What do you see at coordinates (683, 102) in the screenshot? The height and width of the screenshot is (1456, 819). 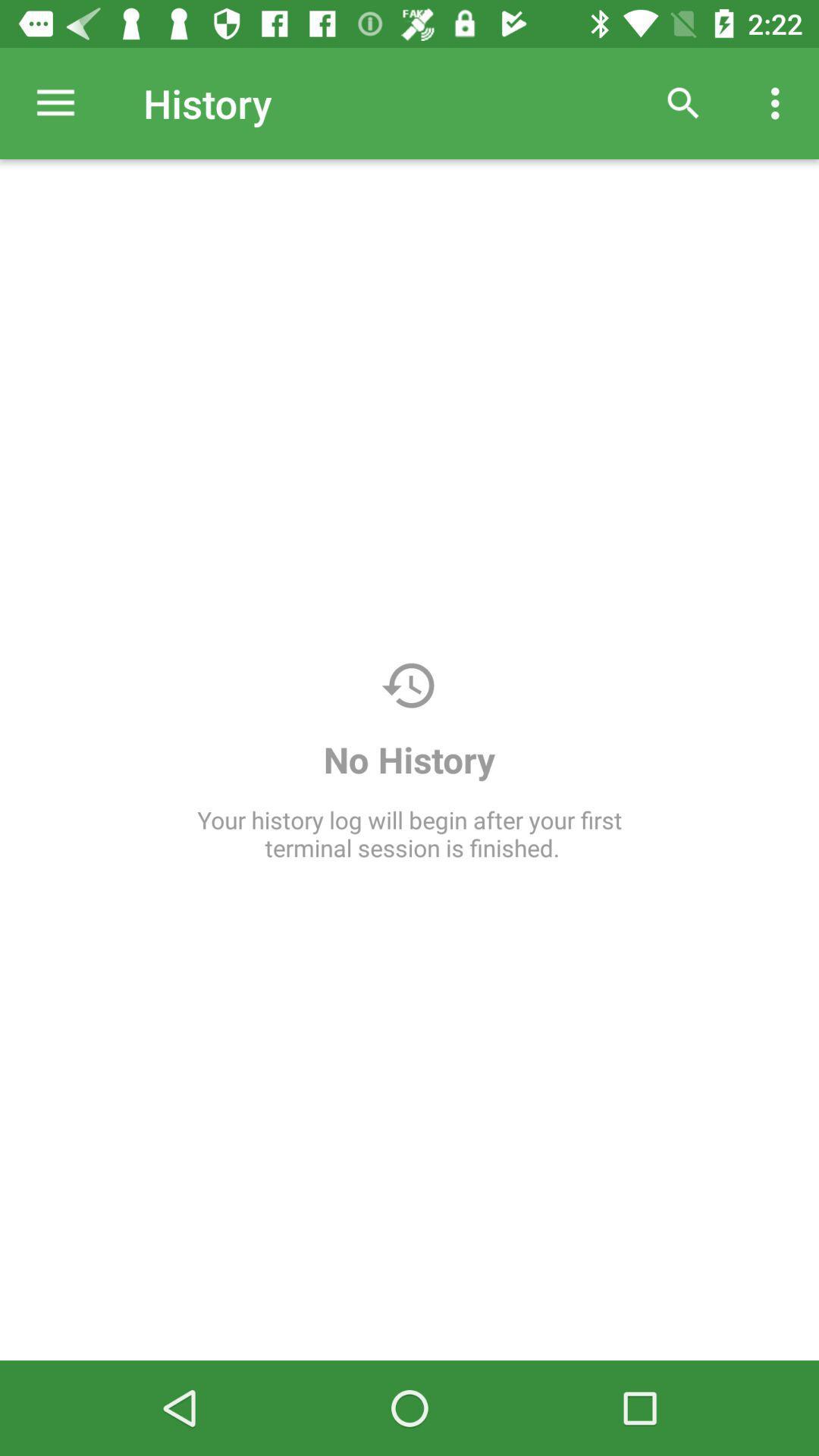 I see `icon next to history item` at bounding box center [683, 102].